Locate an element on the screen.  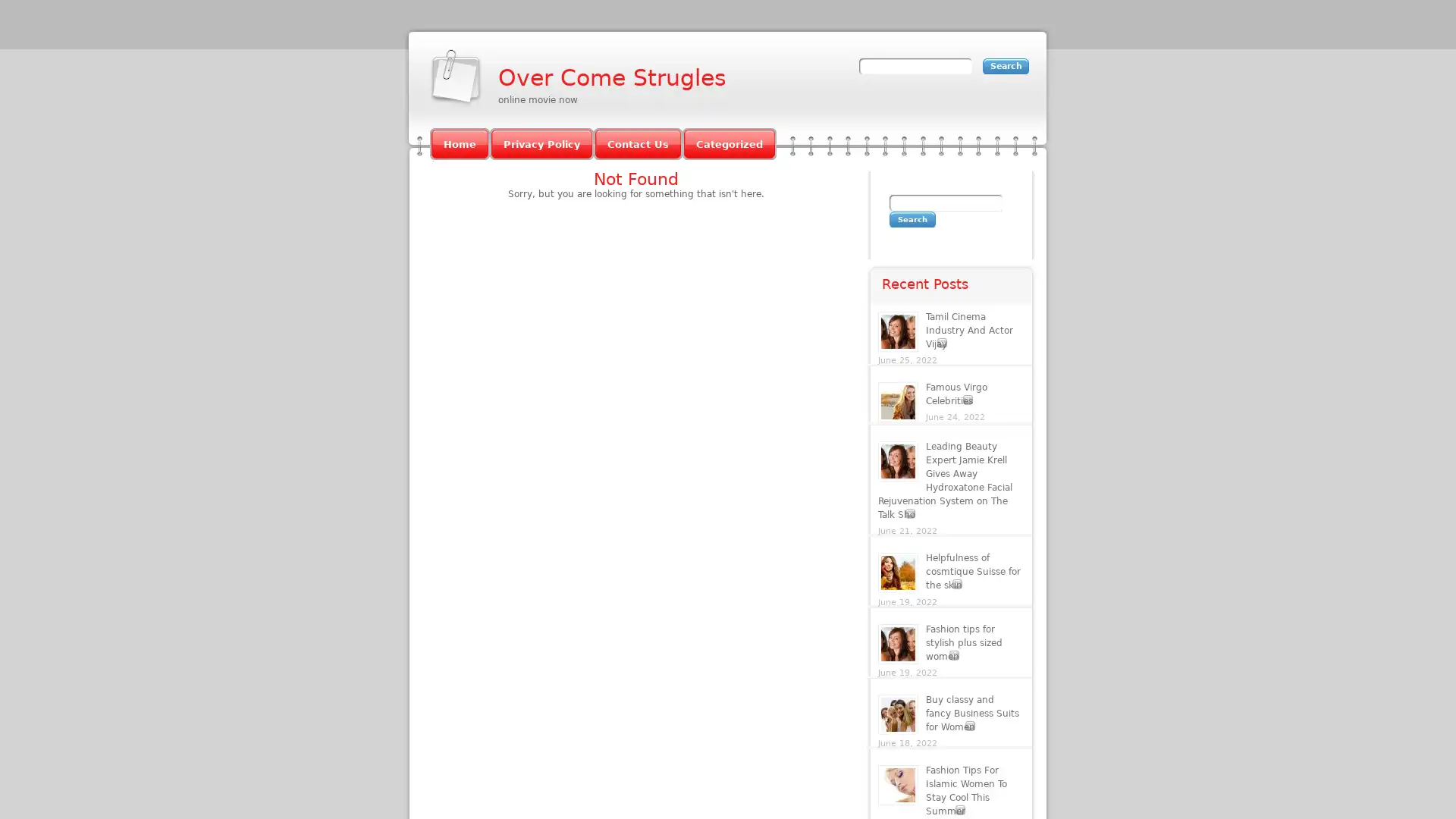
Search is located at coordinates (912, 219).